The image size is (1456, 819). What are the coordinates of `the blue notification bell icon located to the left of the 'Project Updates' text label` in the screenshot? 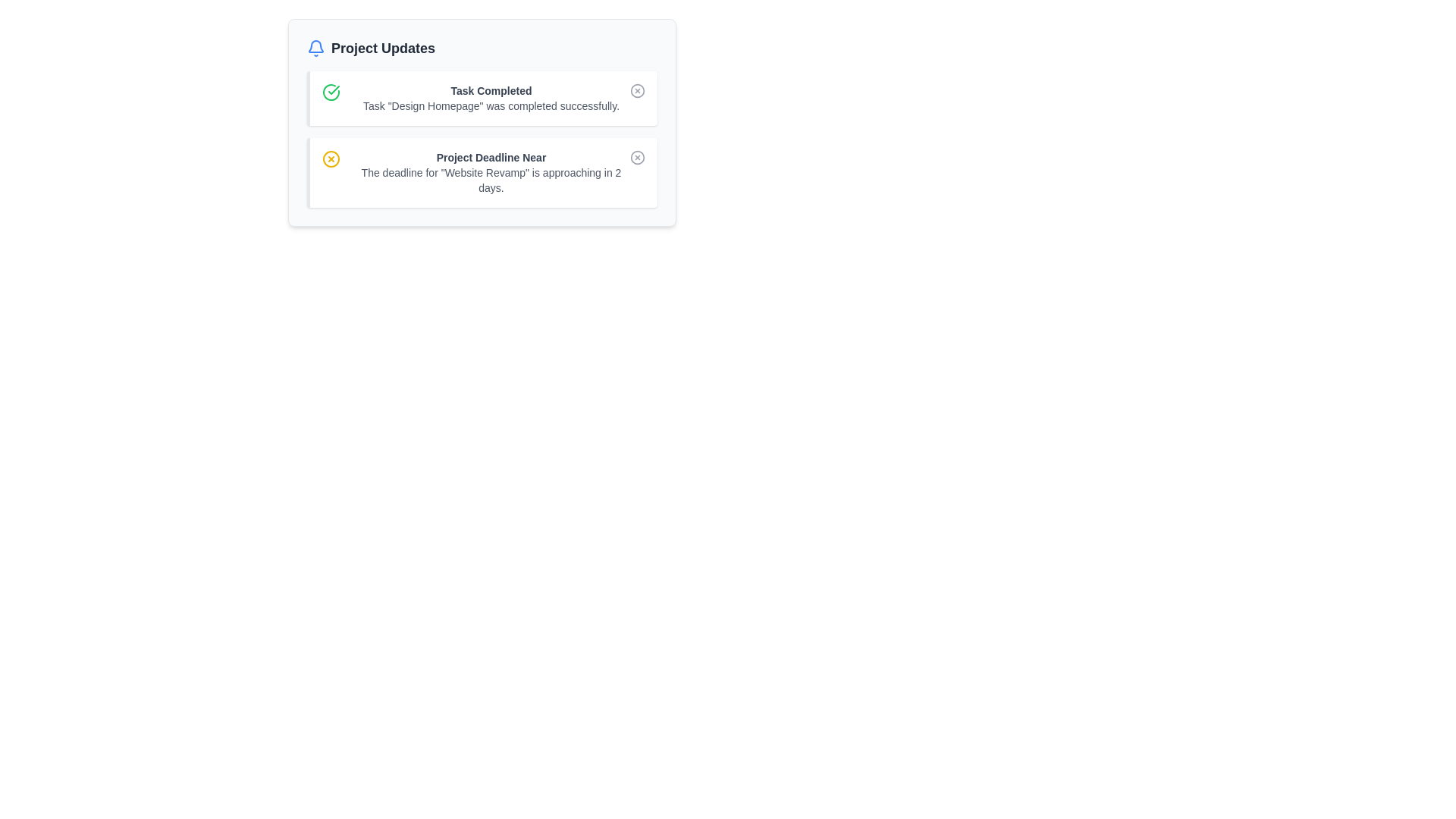 It's located at (315, 48).